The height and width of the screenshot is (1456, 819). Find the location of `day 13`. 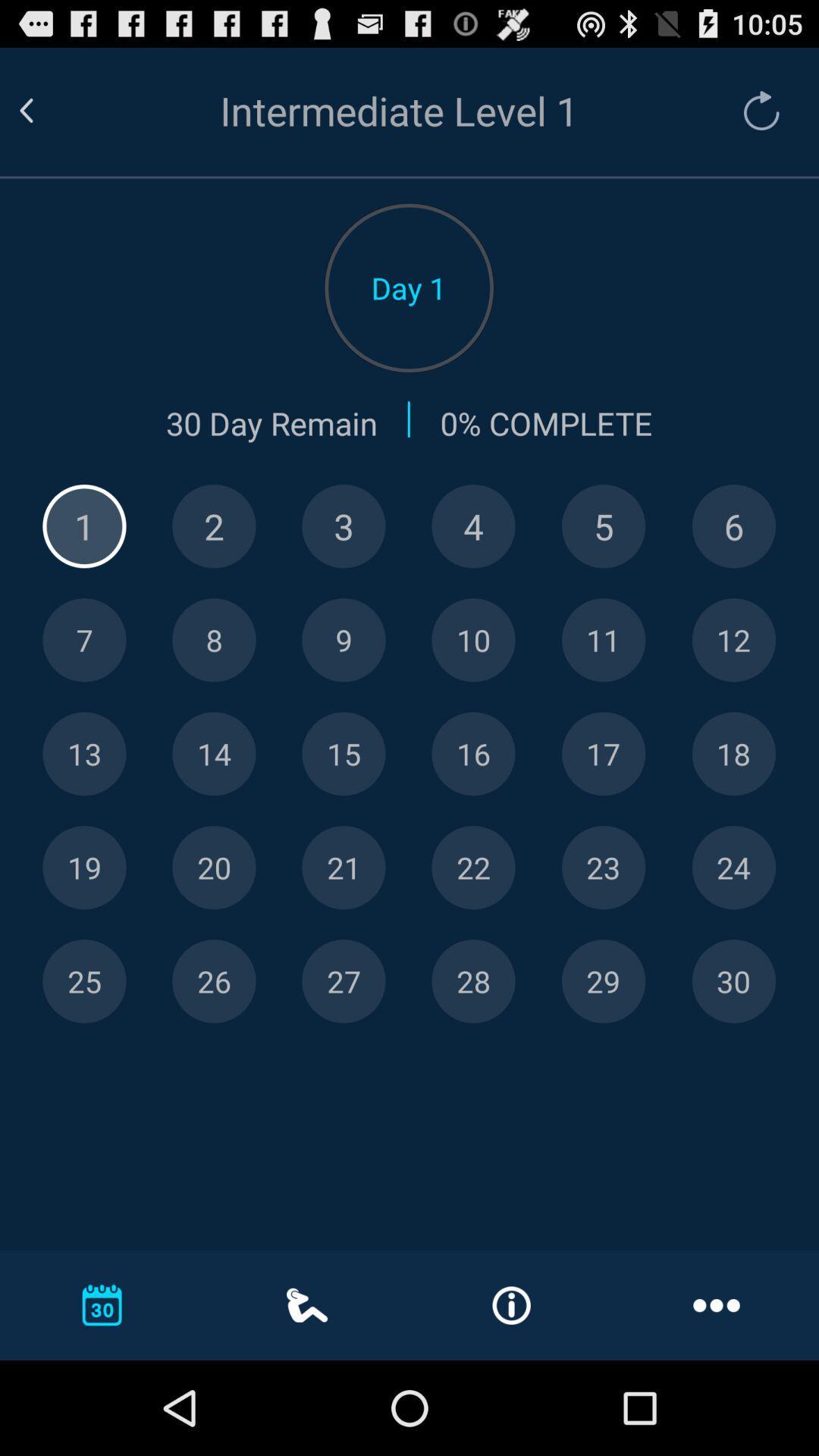

day 13 is located at coordinates (84, 754).